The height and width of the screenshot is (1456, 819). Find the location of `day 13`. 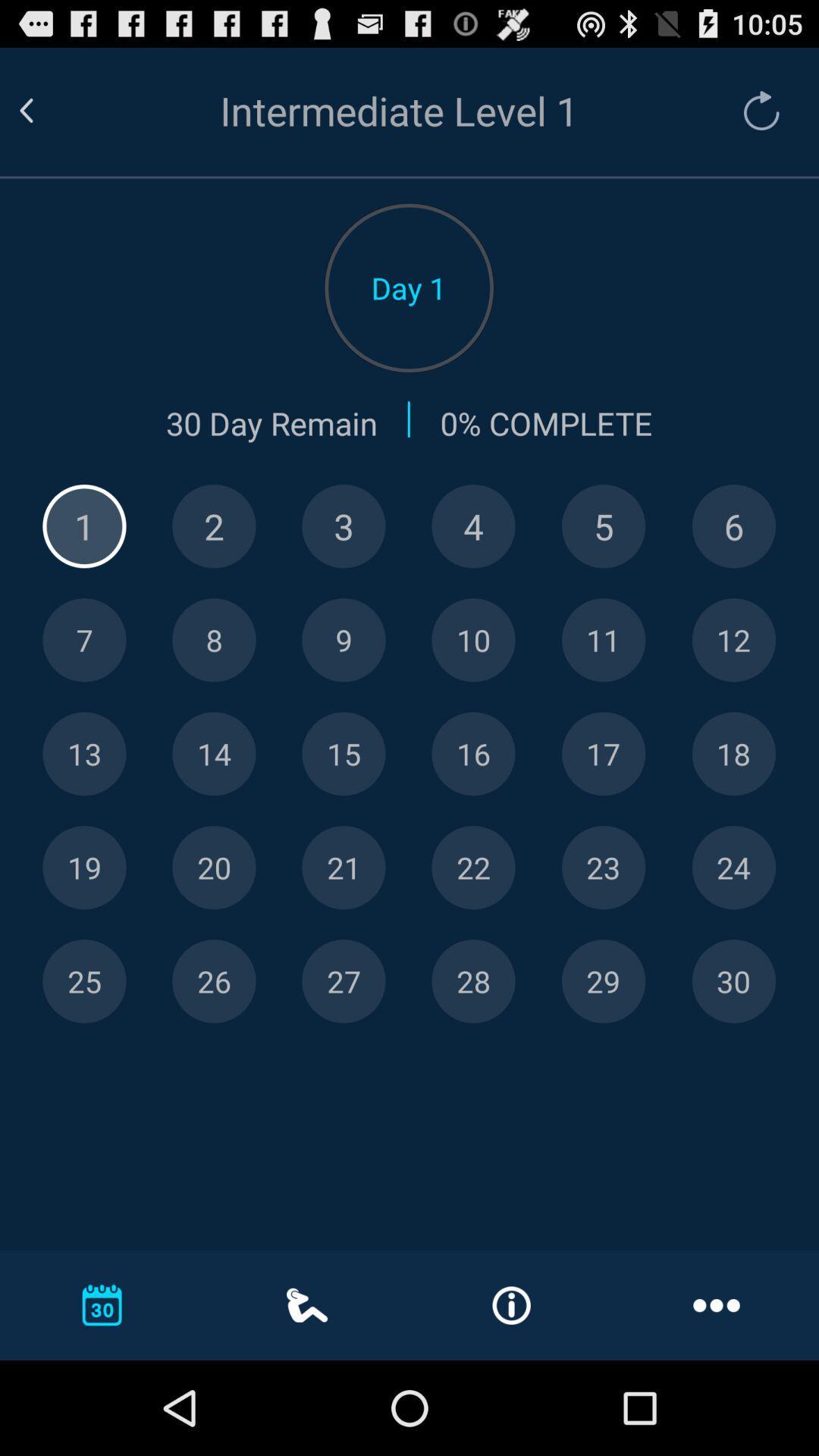

day 13 is located at coordinates (84, 754).